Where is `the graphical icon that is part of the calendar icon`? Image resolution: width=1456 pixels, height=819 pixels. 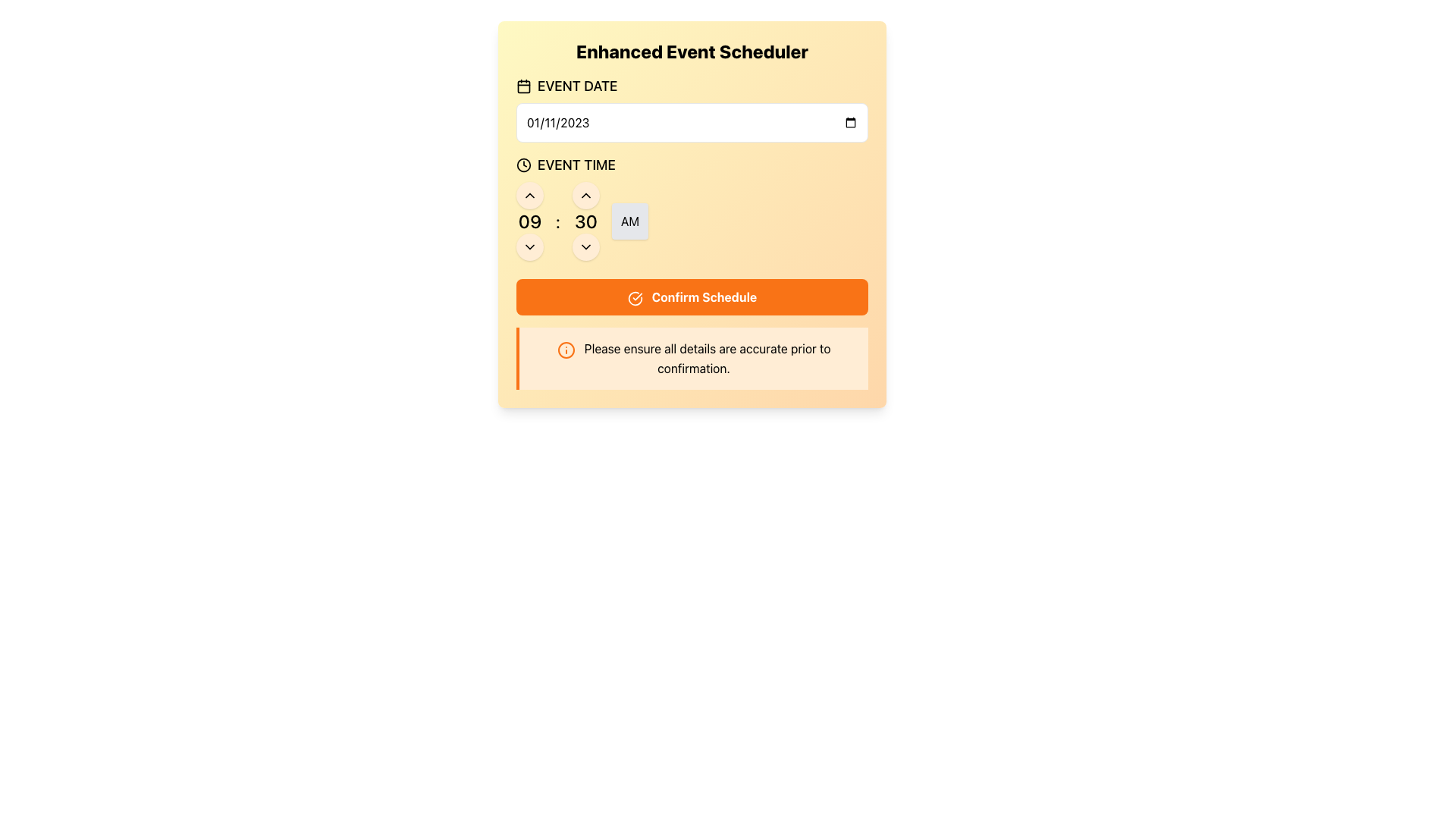 the graphical icon that is part of the calendar icon is located at coordinates (524, 86).